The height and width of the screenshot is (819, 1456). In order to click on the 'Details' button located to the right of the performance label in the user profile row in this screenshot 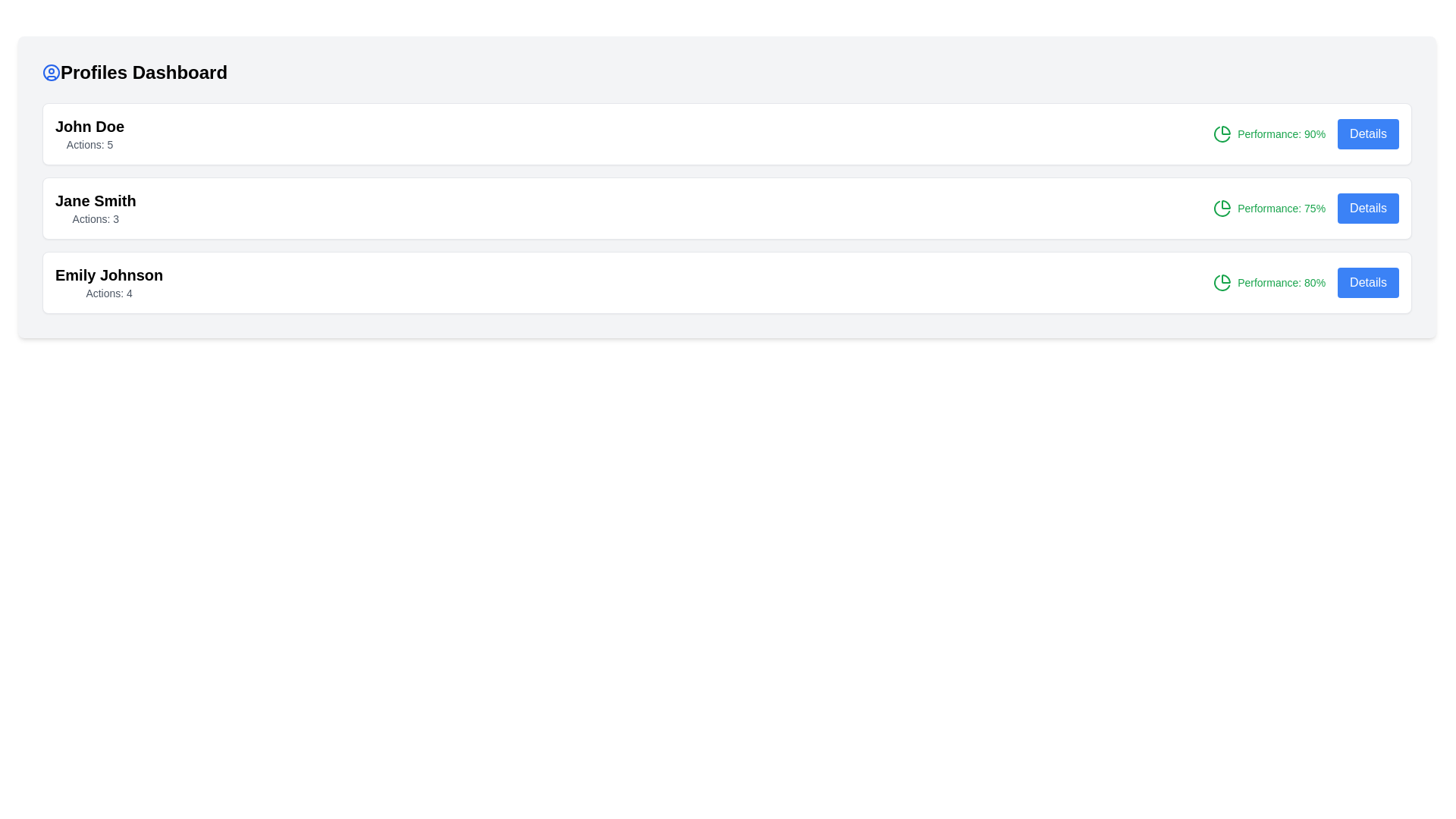, I will do `click(1368, 133)`.